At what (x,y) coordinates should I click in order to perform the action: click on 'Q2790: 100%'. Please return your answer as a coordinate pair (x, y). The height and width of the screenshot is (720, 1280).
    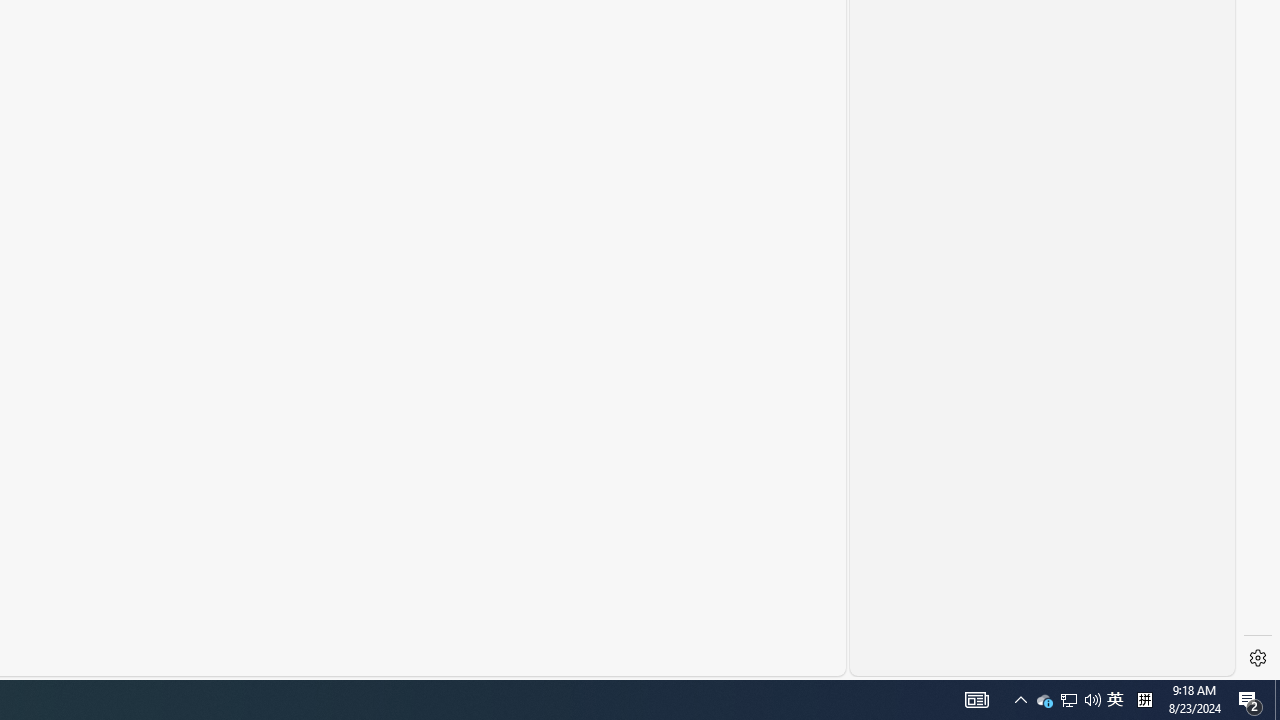
    Looking at the image, I should click on (1092, 698).